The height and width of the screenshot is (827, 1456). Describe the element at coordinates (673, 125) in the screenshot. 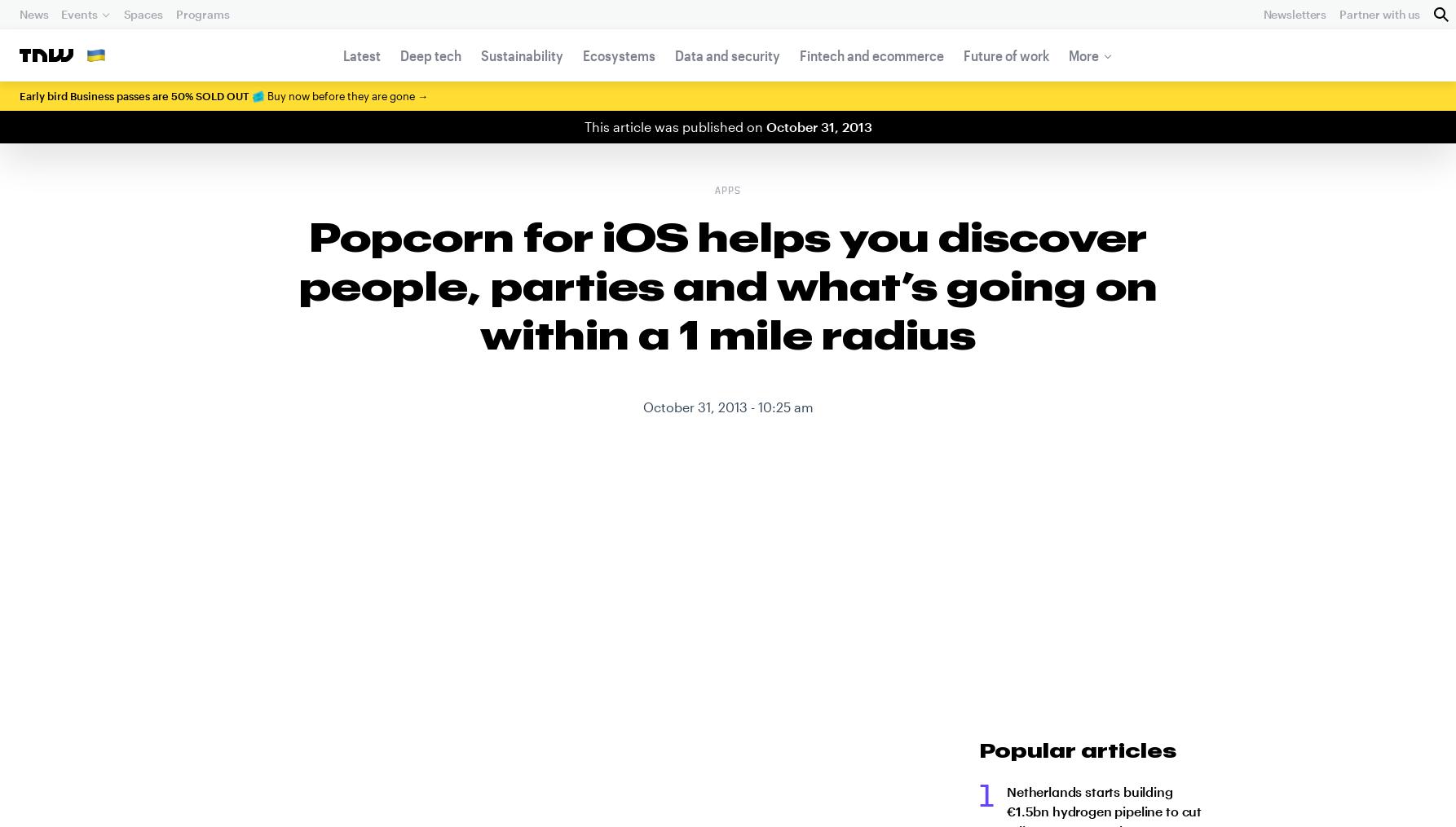

I see `'This article was published on'` at that location.